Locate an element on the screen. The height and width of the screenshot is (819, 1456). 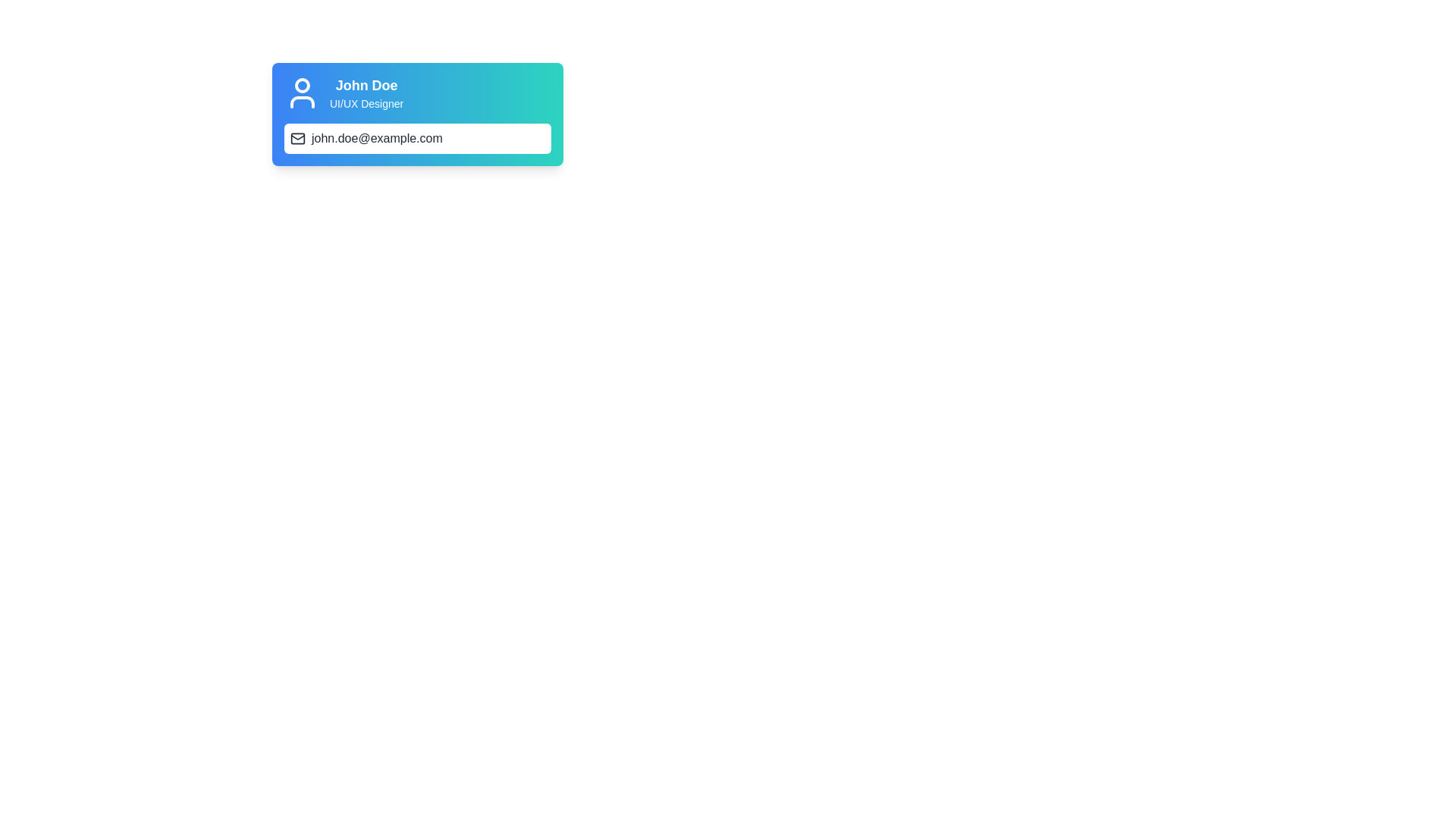
the text displaying the name 'John Doe' is located at coordinates (366, 85).